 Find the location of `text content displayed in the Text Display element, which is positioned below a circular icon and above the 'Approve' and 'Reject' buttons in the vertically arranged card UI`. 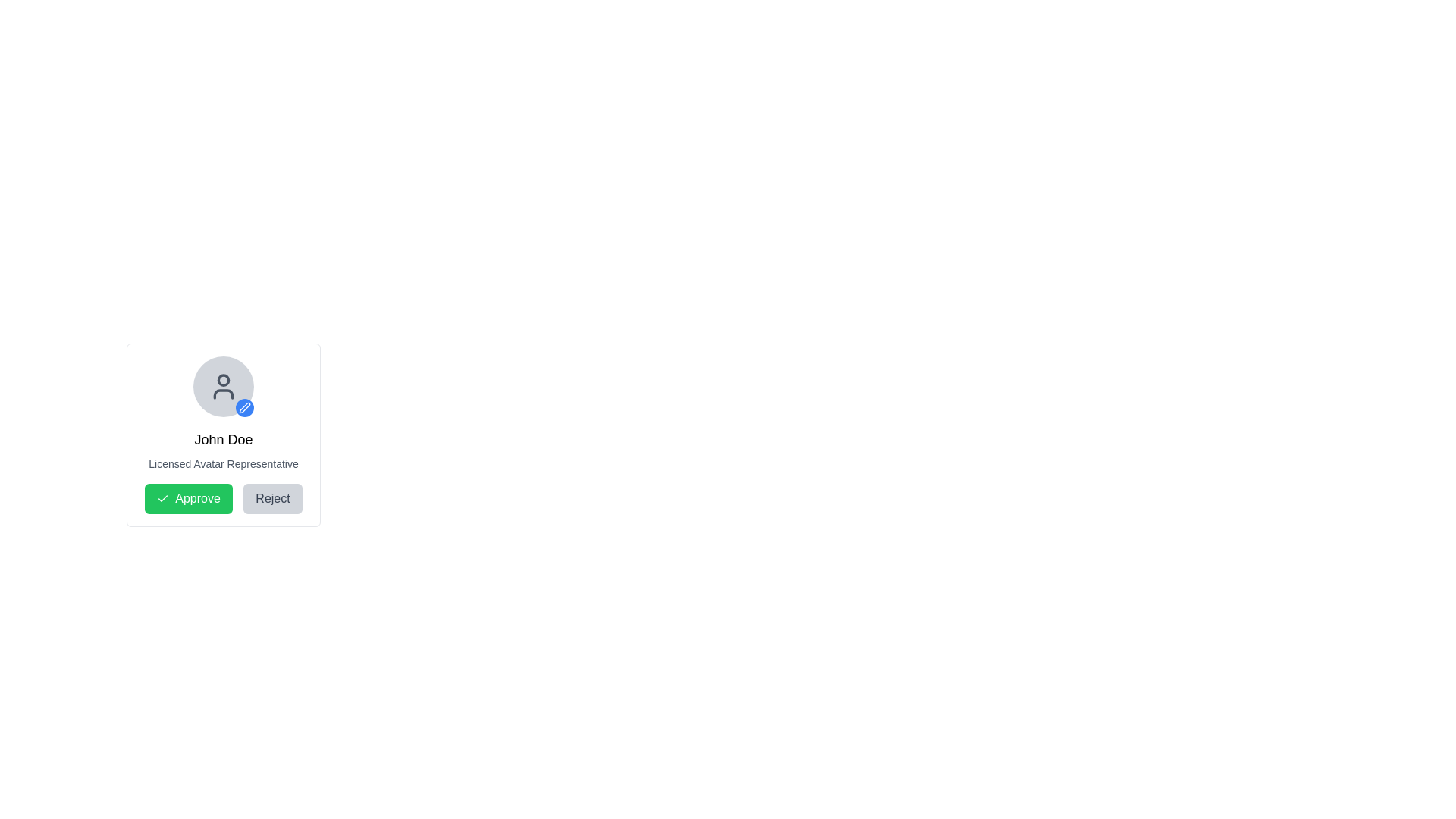

text content displayed in the Text Display element, which is positioned below a circular icon and above the 'Approve' and 'Reject' buttons in the vertically arranged card UI is located at coordinates (222, 450).